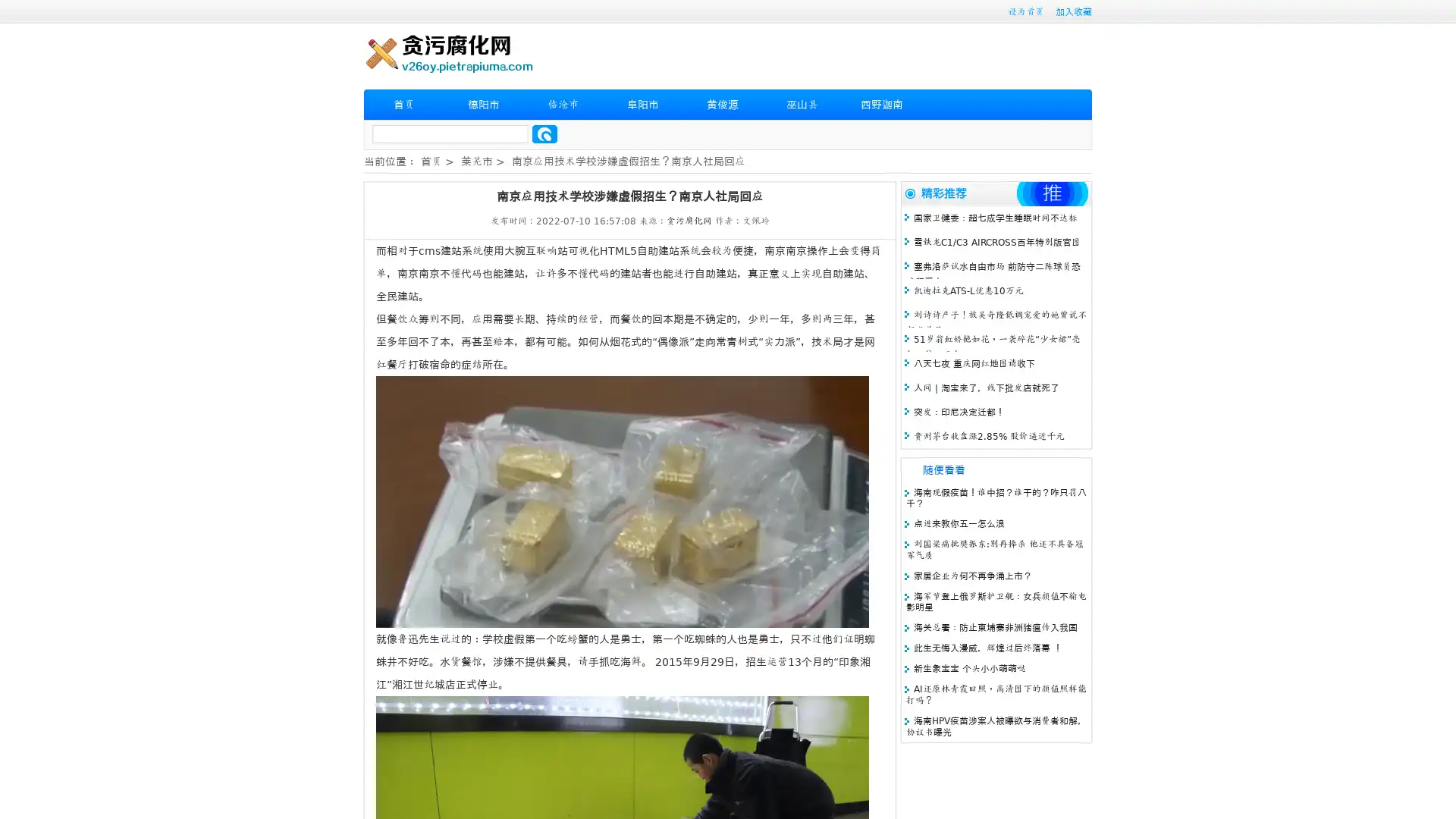 The width and height of the screenshot is (1456, 819). Describe the element at coordinates (544, 133) in the screenshot. I see `Search` at that location.